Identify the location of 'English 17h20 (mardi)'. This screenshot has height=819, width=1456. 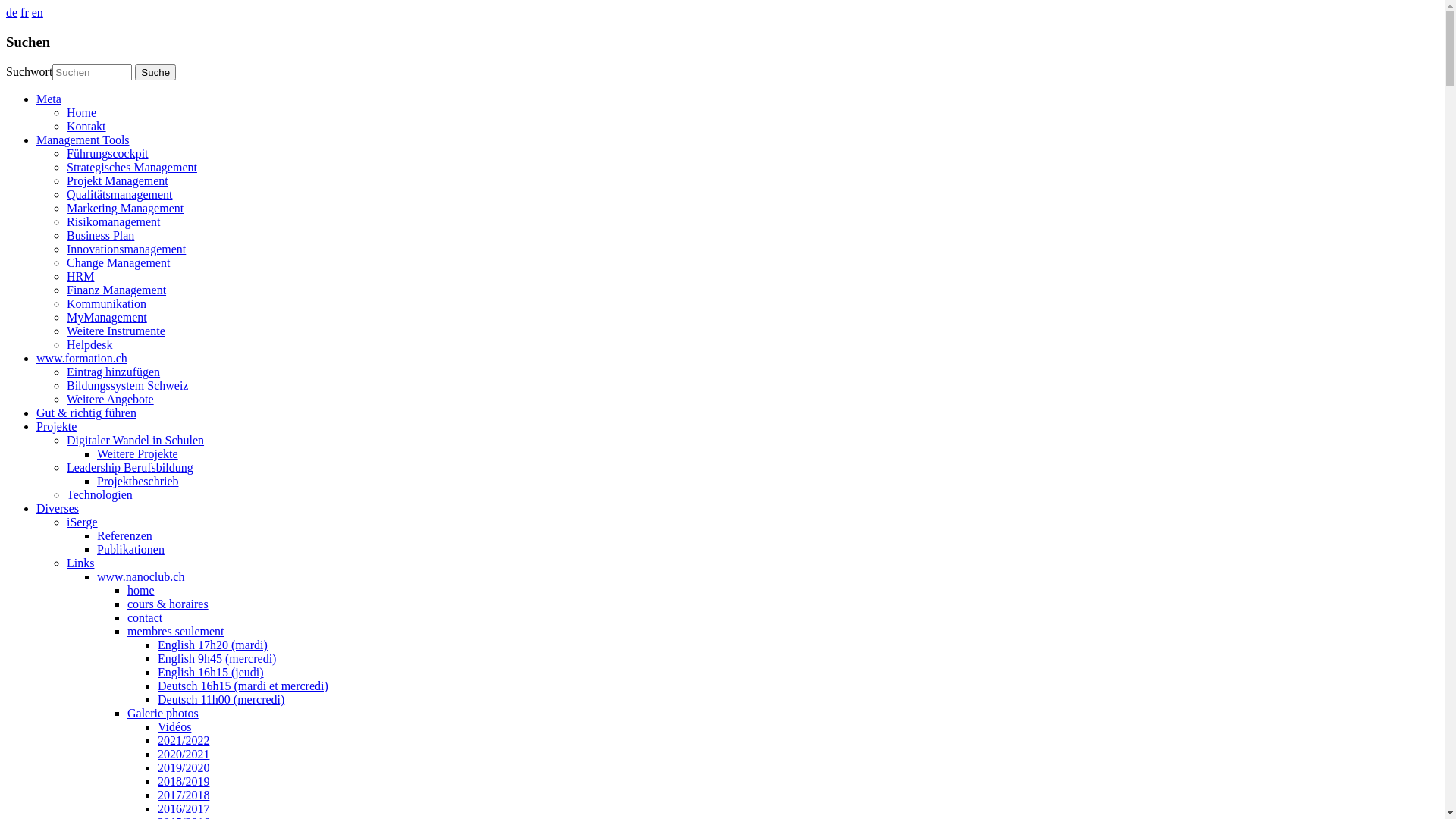
(212, 645).